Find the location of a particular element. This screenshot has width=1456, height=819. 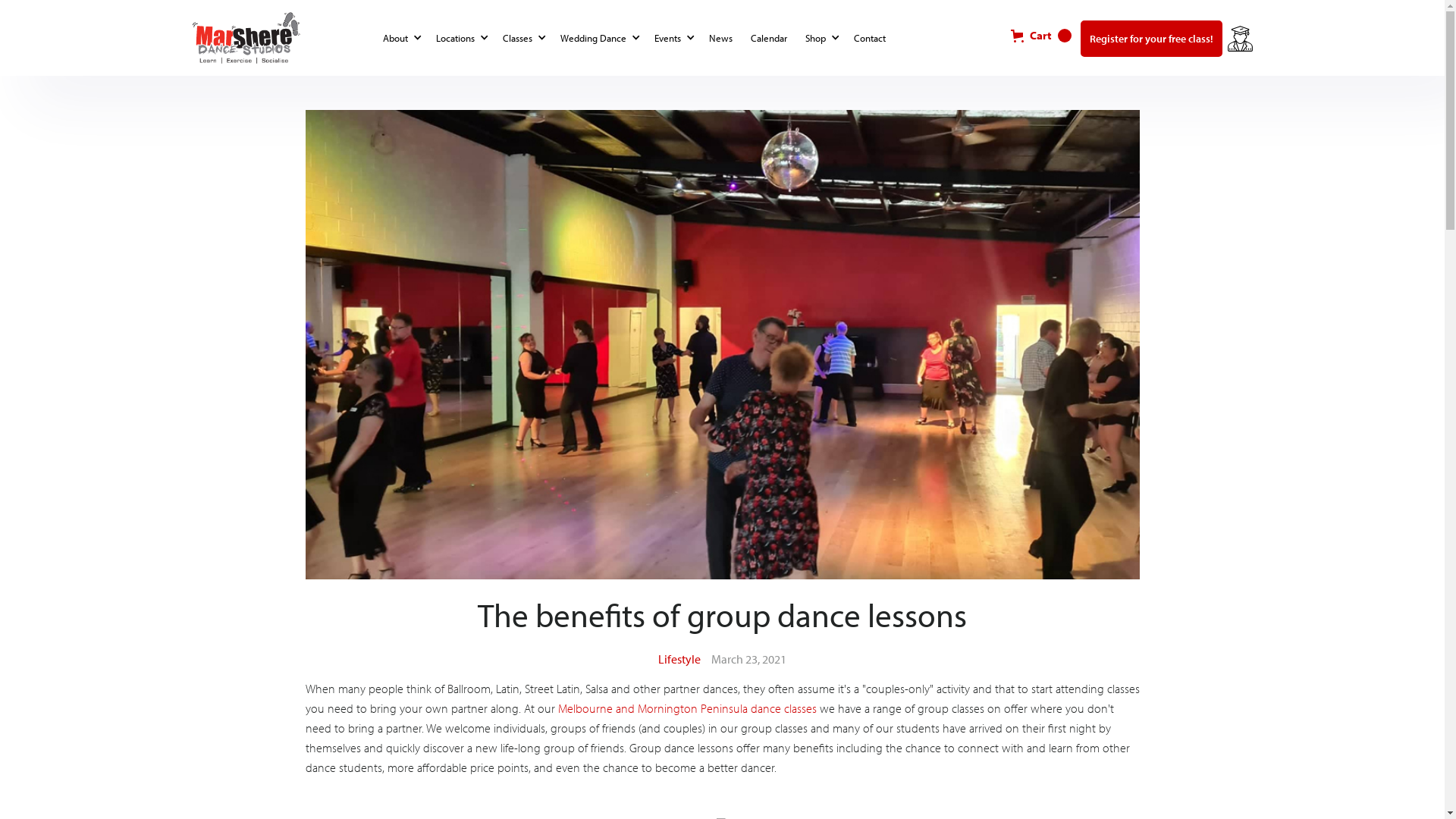

'Contact' is located at coordinates (847, 37).